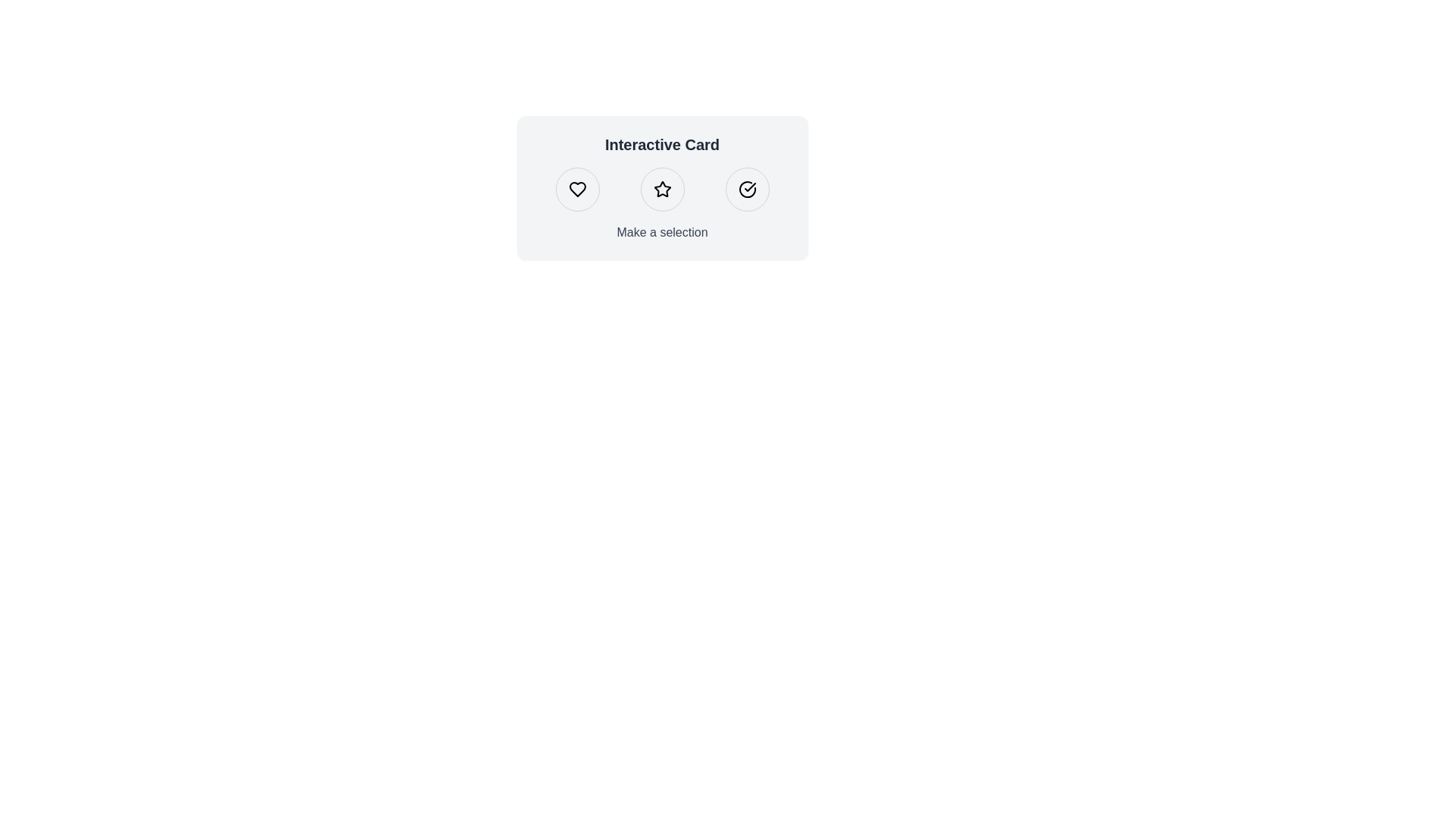  What do you see at coordinates (662, 189) in the screenshot?
I see `the interactive icon located centrally within the circular button in the 'Interactive Card'` at bounding box center [662, 189].